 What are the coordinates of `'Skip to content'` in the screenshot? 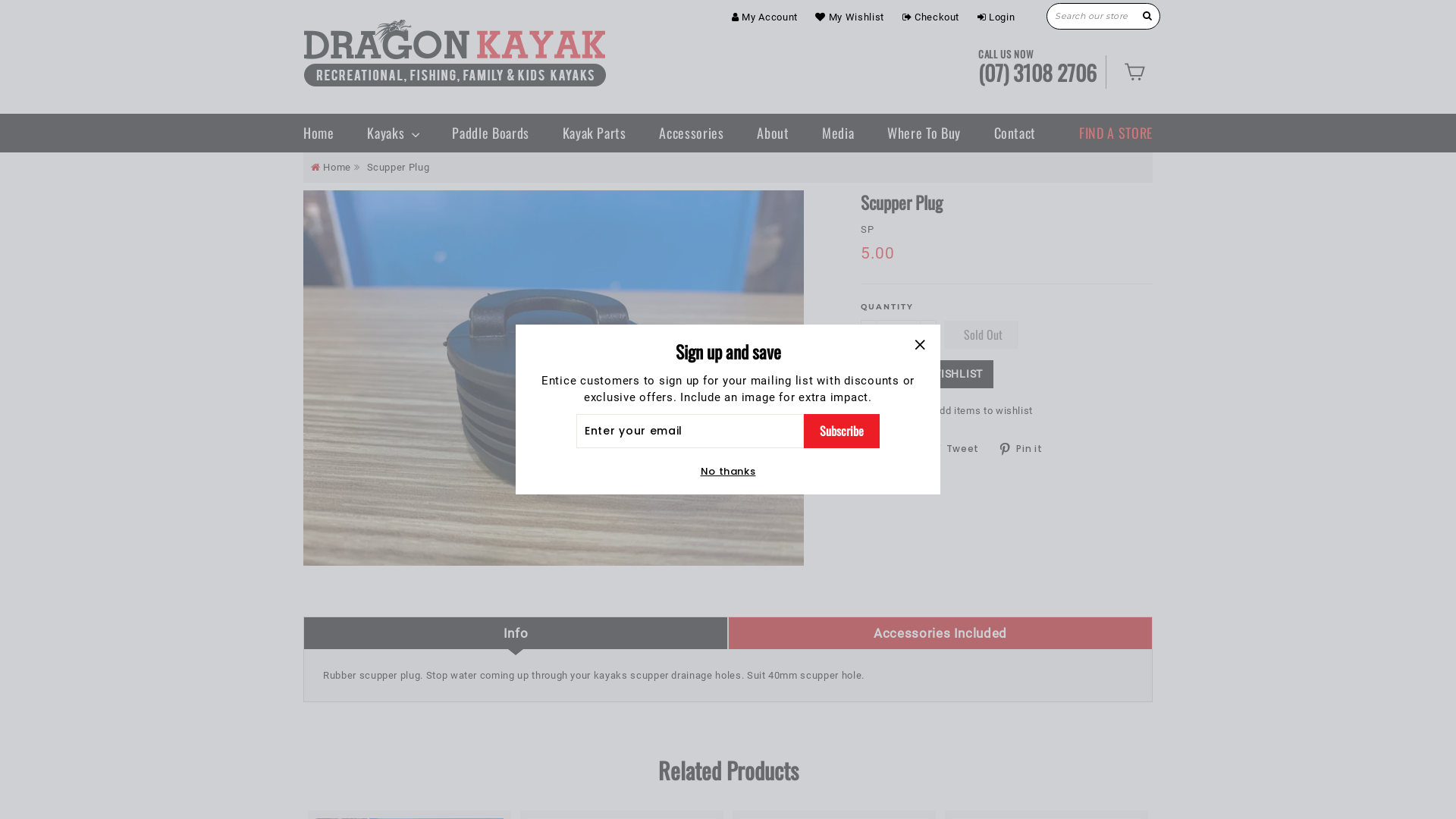 It's located at (0, 0).